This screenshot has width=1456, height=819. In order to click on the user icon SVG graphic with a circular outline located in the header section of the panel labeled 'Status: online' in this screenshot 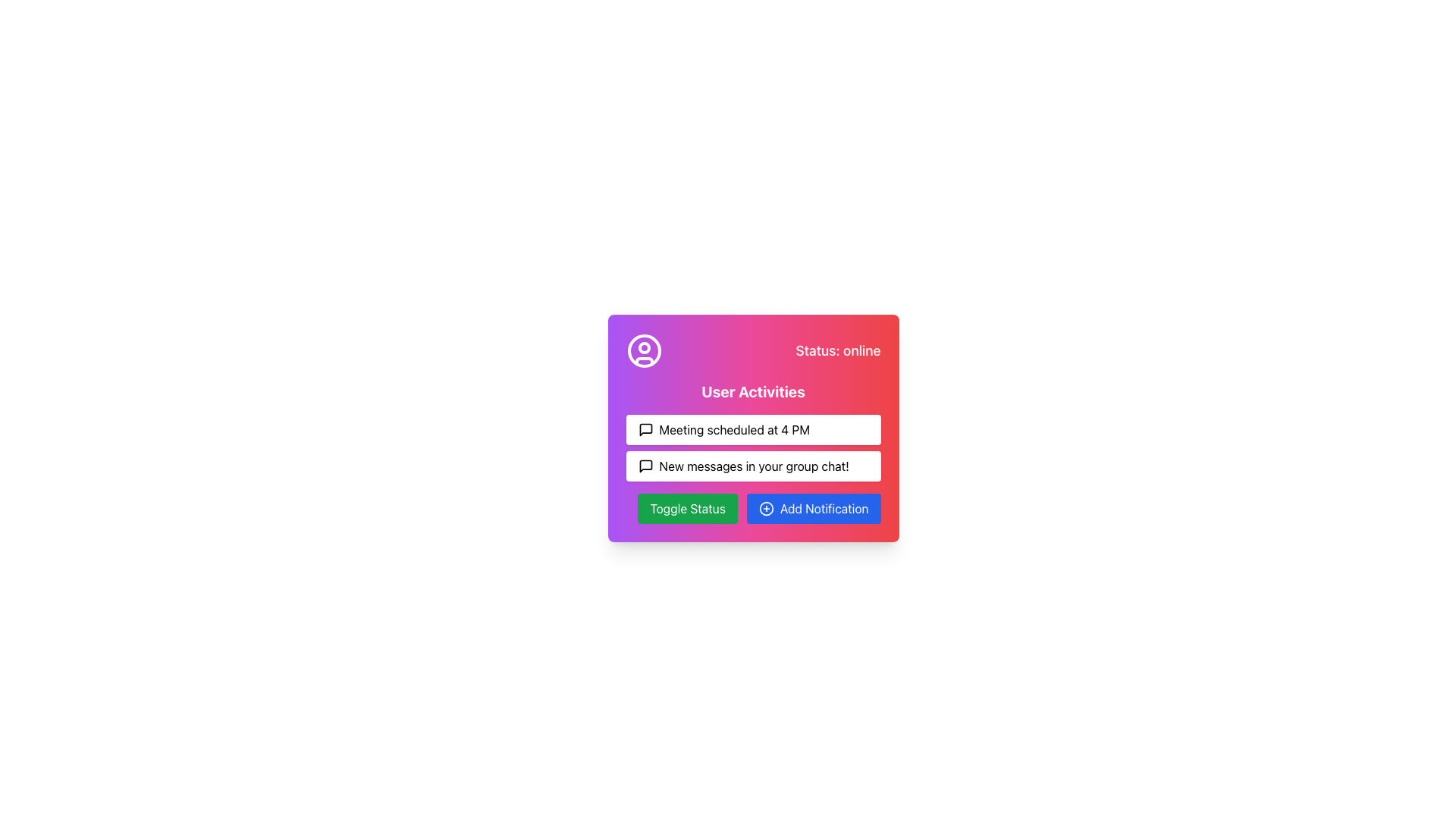, I will do `click(644, 350)`.